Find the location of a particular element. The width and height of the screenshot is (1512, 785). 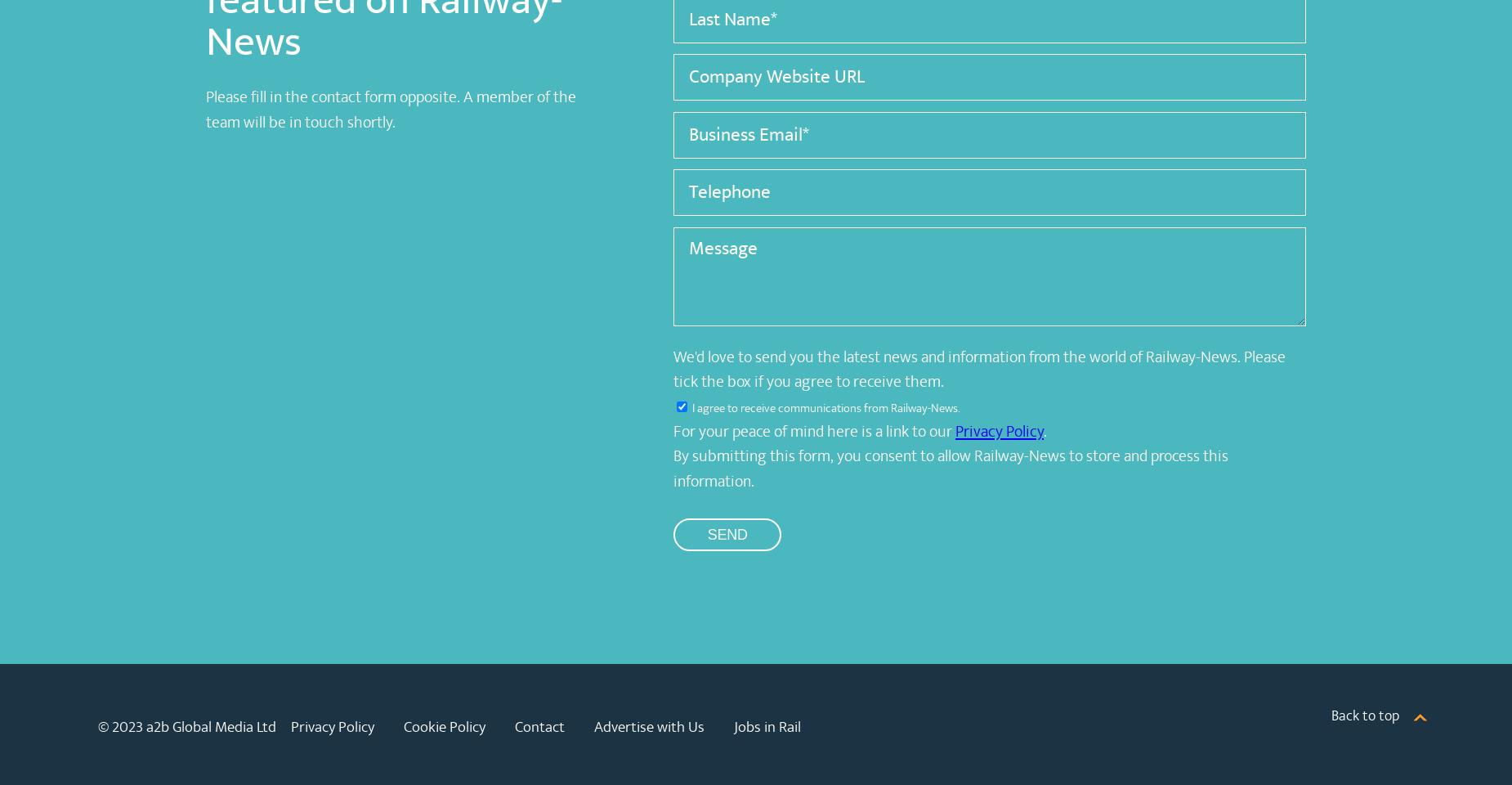

'© 2023 a2b Global Media Ltd' is located at coordinates (185, 725).